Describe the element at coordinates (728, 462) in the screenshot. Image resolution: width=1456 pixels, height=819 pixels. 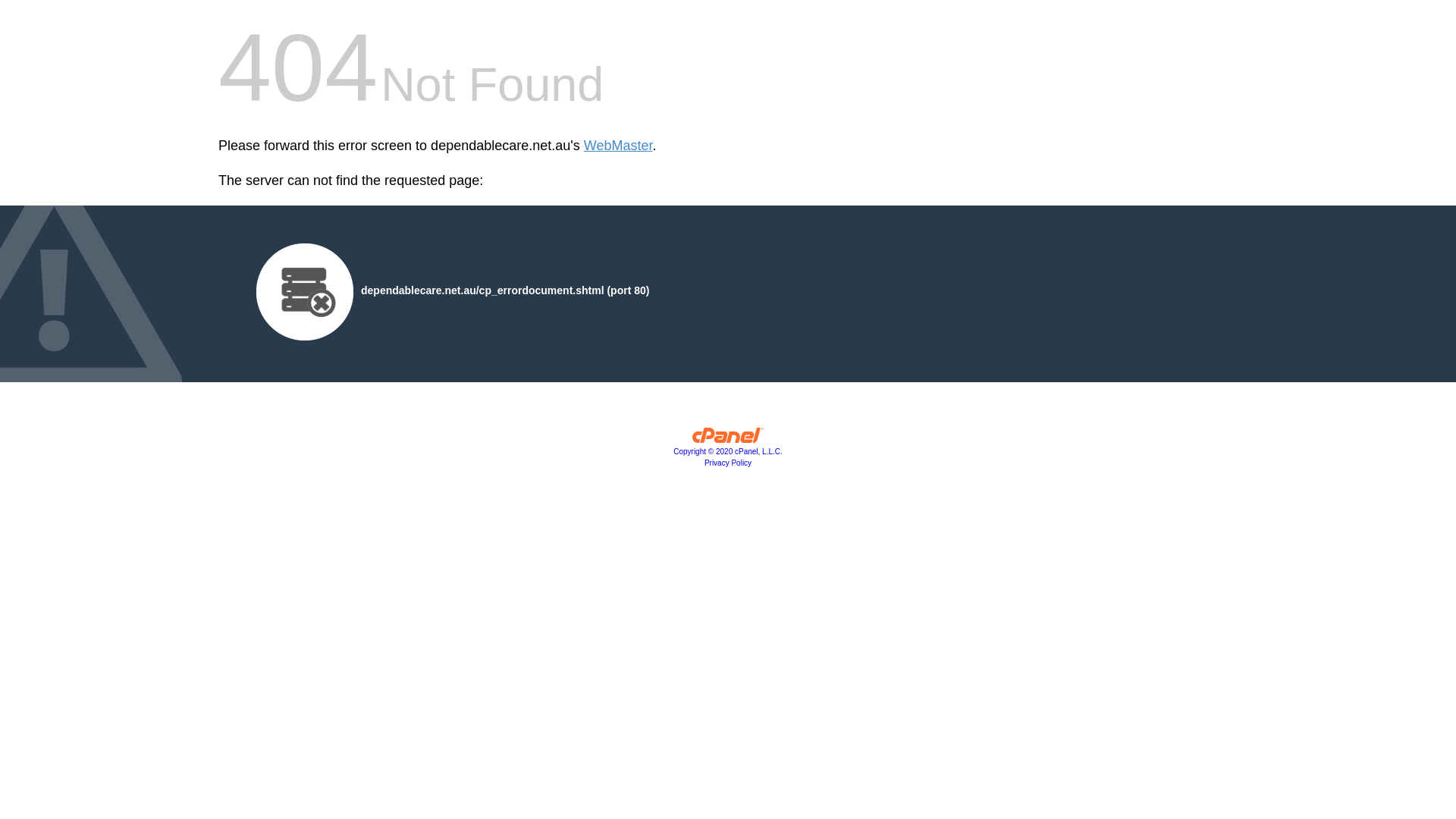
I see `'Privacy Policy'` at that location.